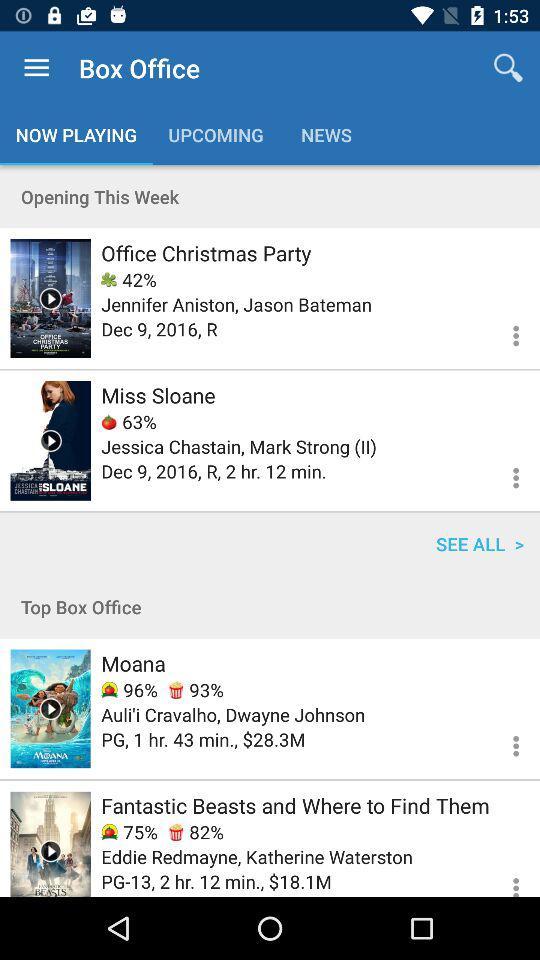 This screenshot has width=540, height=960. Describe the element at coordinates (129, 421) in the screenshot. I see `the item below miss sloane icon` at that location.